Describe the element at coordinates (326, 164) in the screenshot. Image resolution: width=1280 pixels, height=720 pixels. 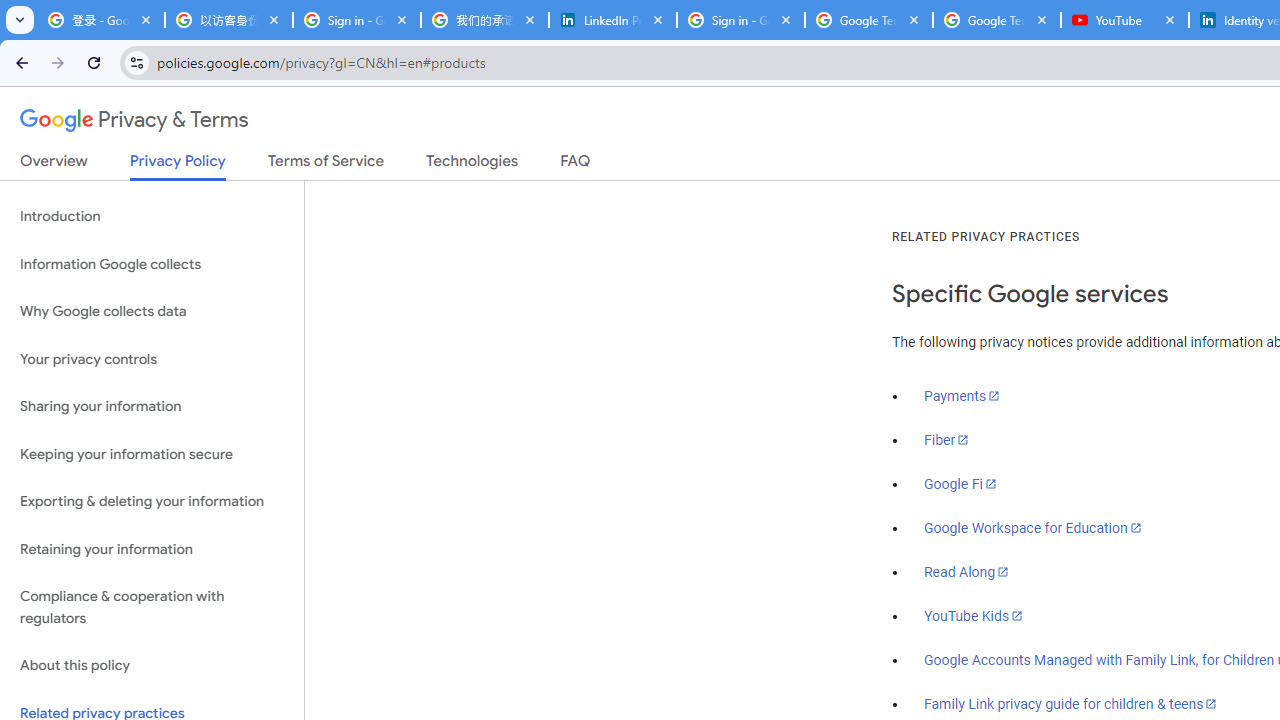
I see `'Terms of Service'` at that location.